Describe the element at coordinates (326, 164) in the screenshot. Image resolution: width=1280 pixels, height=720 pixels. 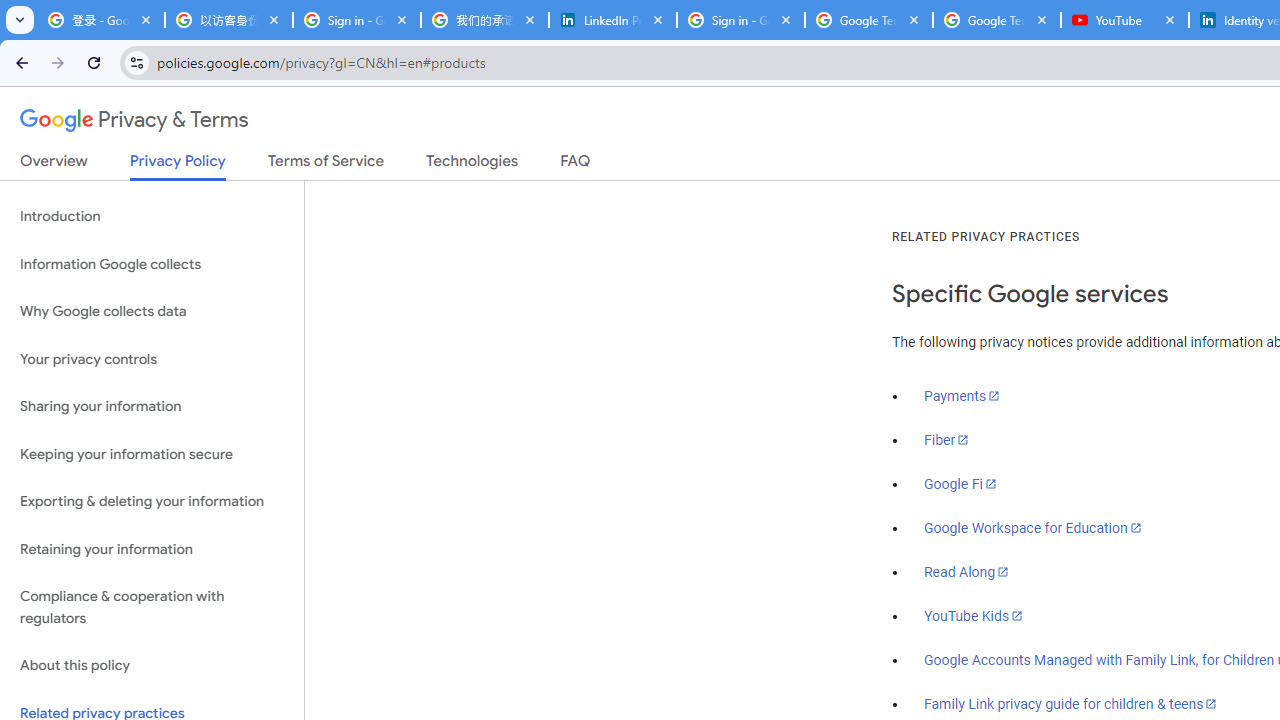
I see `'Terms of Service'` at that location.